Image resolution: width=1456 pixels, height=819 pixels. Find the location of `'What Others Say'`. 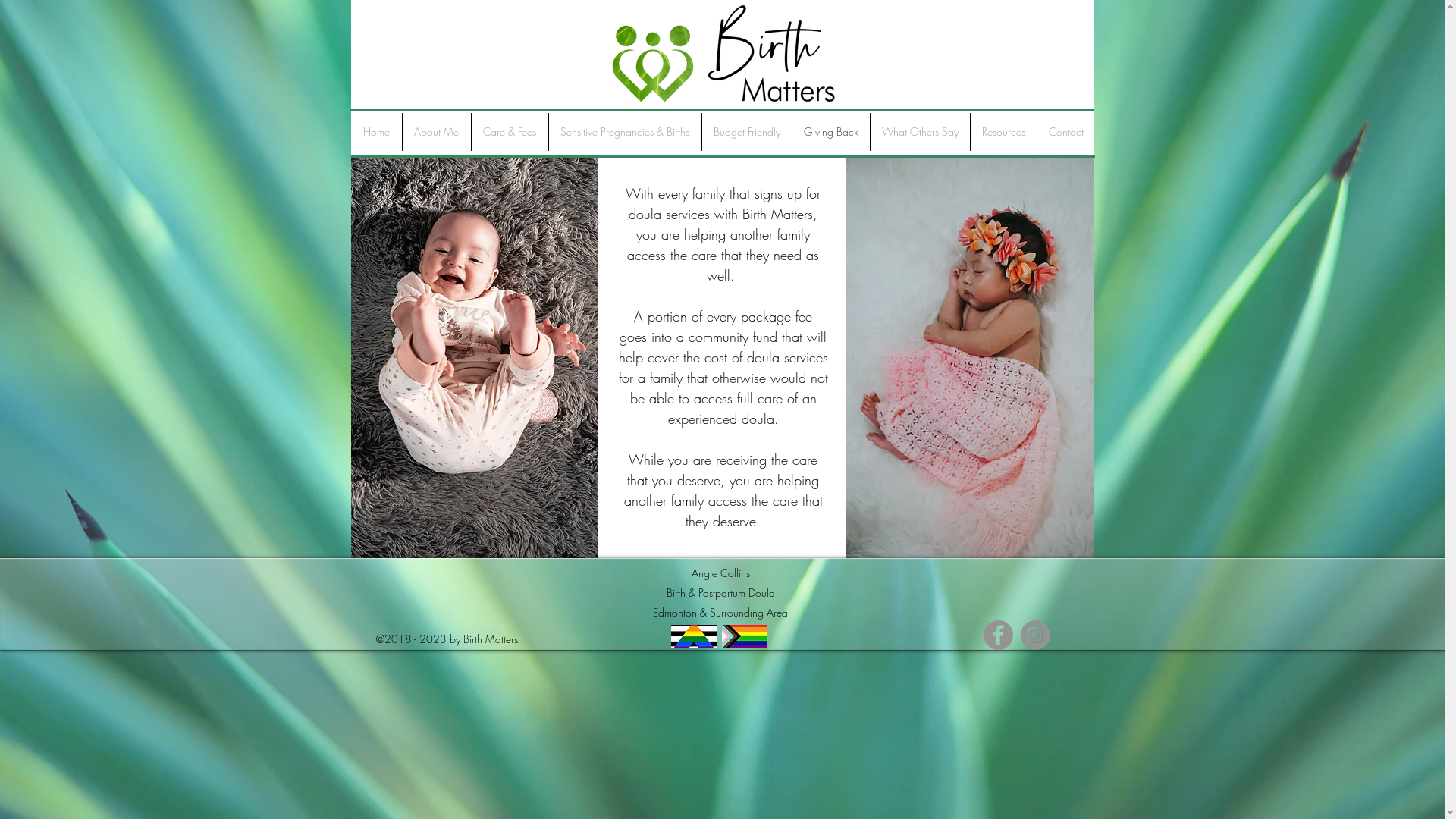

'What Others Say' is located at coordinates (919, 130).